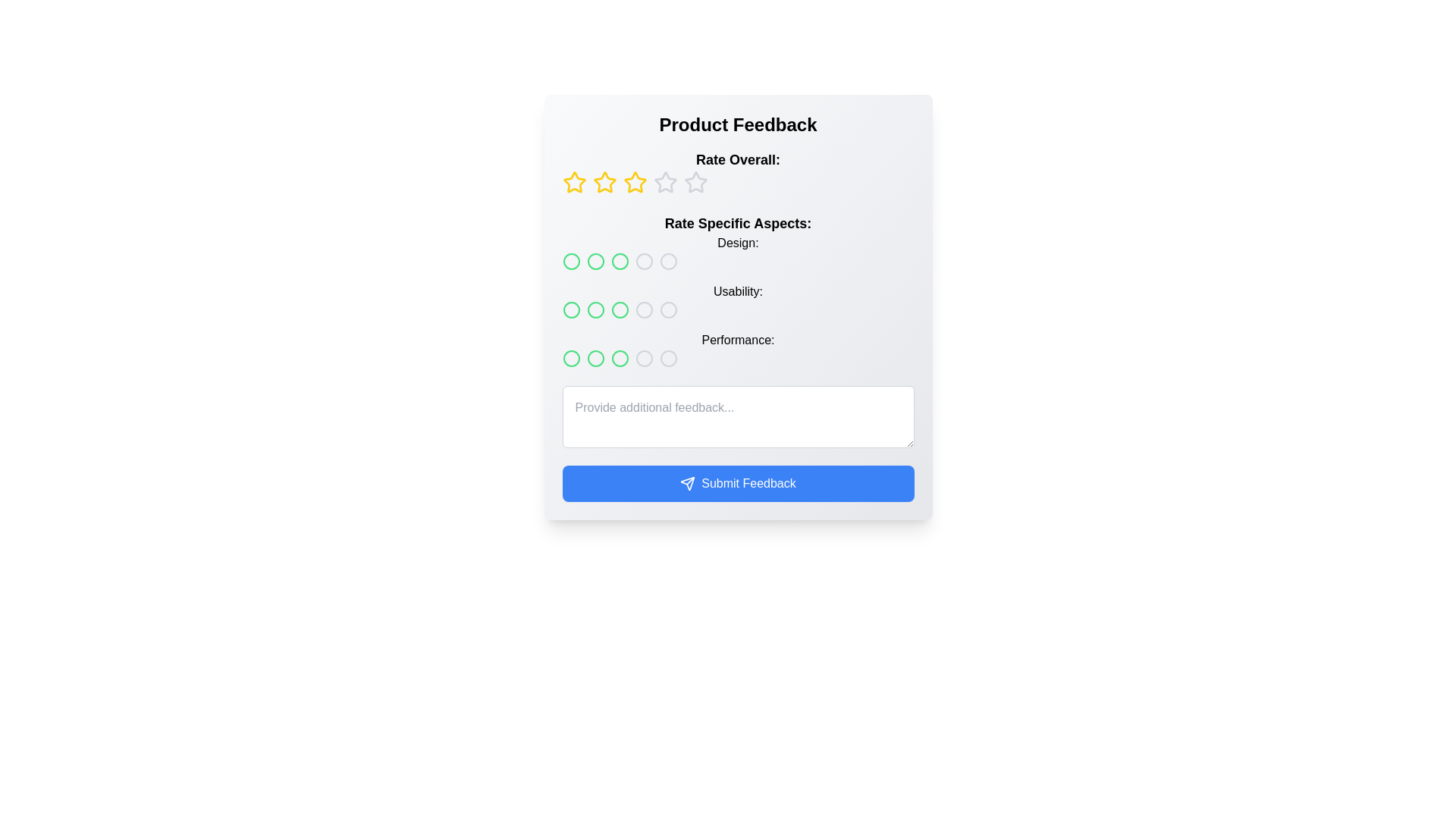  What do you see at coordinates (695, 181) in the screenshot?
I see `the fourth star button` at bounding box center [695, 181].